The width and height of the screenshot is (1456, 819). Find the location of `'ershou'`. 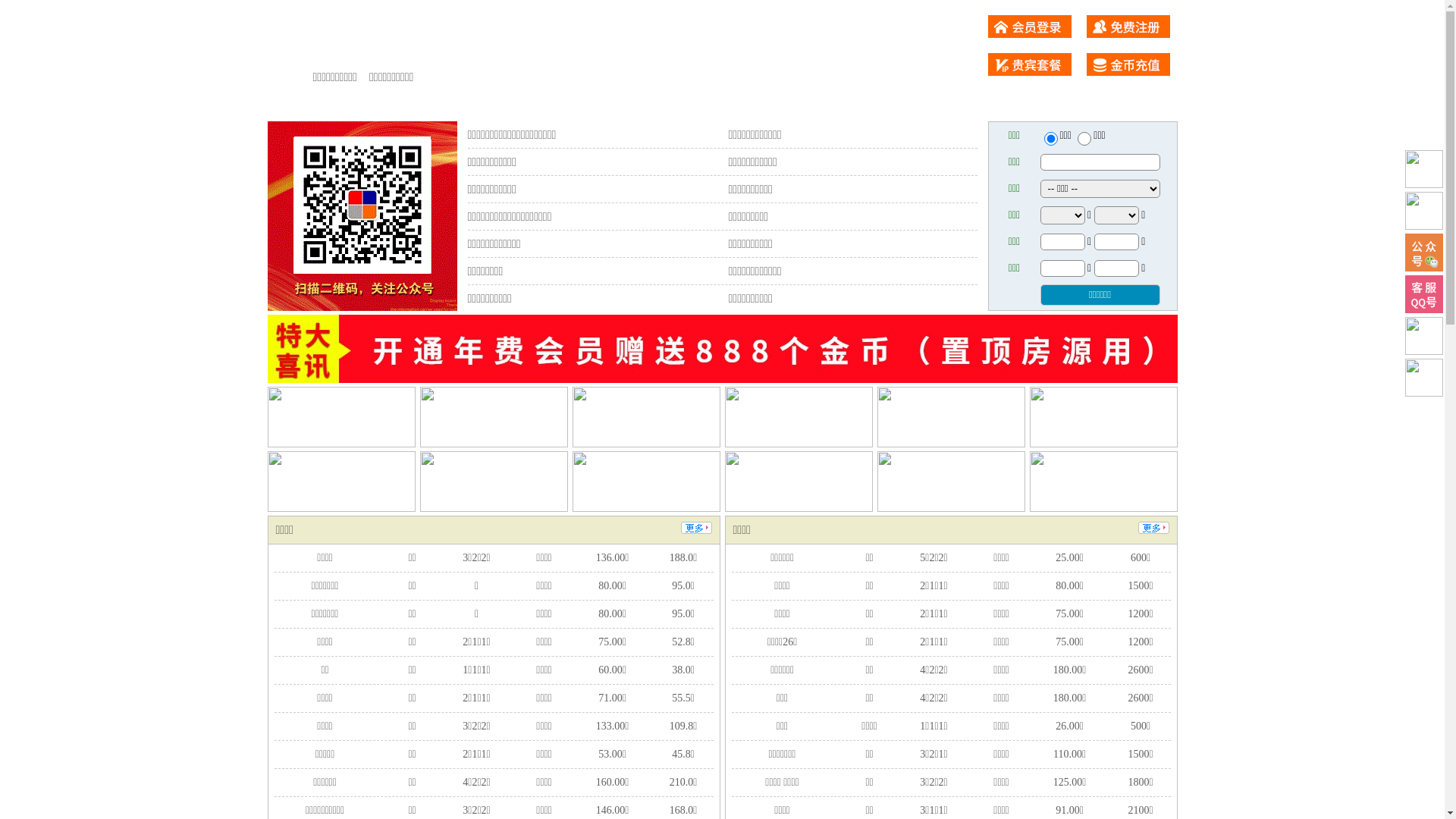

'ershou' is located at coordinates (1050, 138).